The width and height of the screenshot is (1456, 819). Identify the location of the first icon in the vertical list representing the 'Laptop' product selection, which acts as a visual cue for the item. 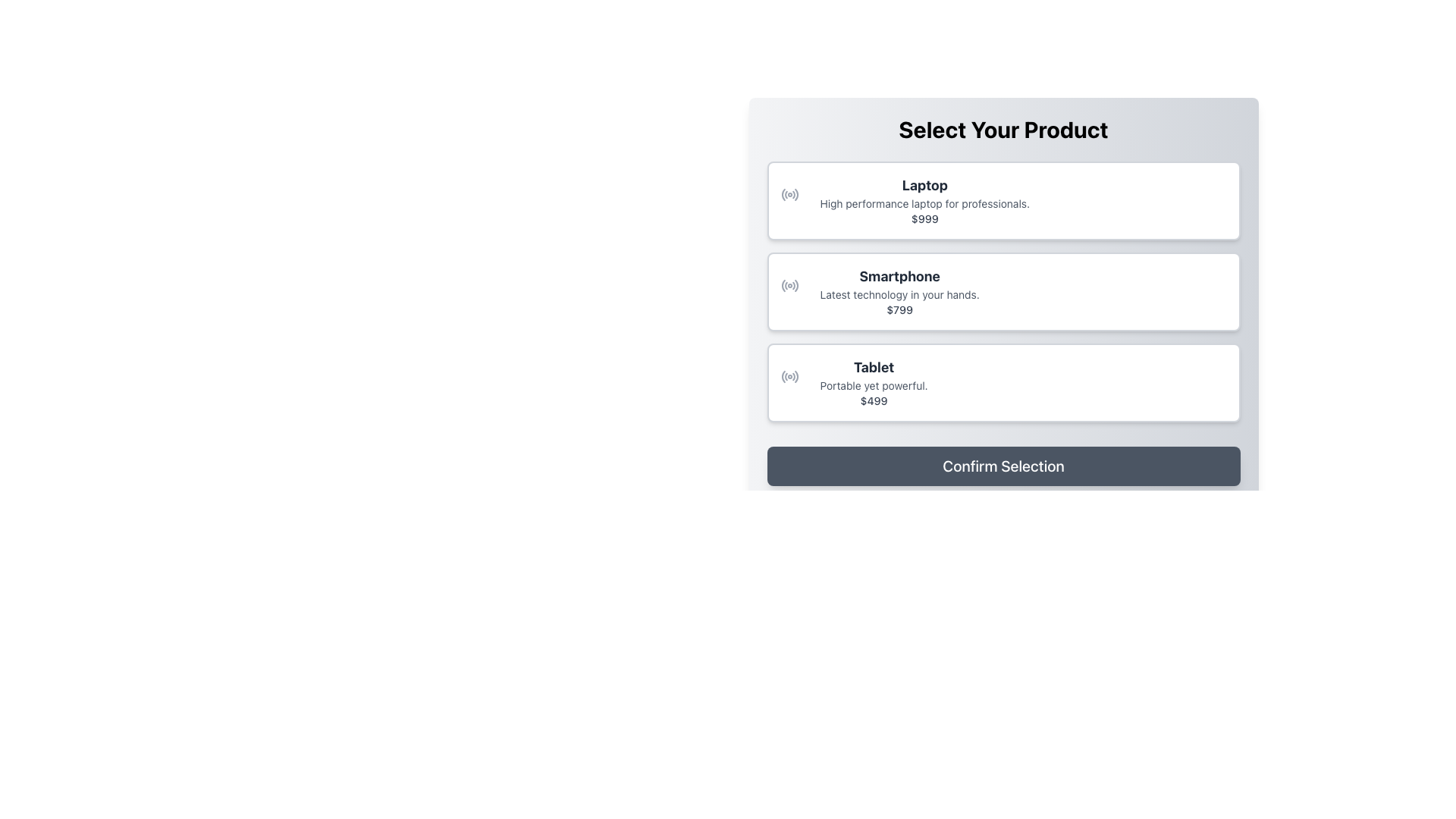
(789, 194).